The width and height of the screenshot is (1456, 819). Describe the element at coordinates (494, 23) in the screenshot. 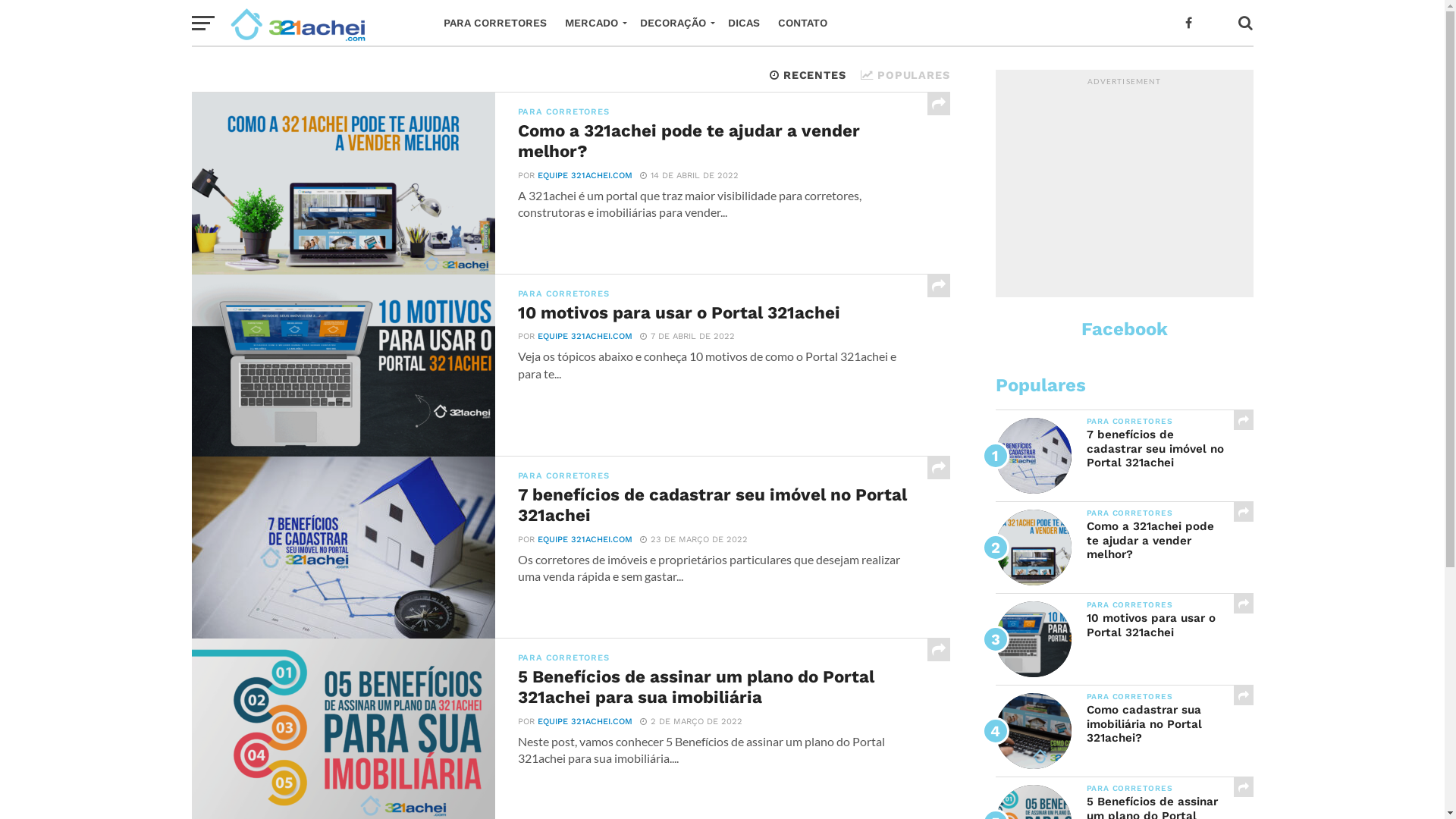

I see `'PARA CORRETORES'` at that location.